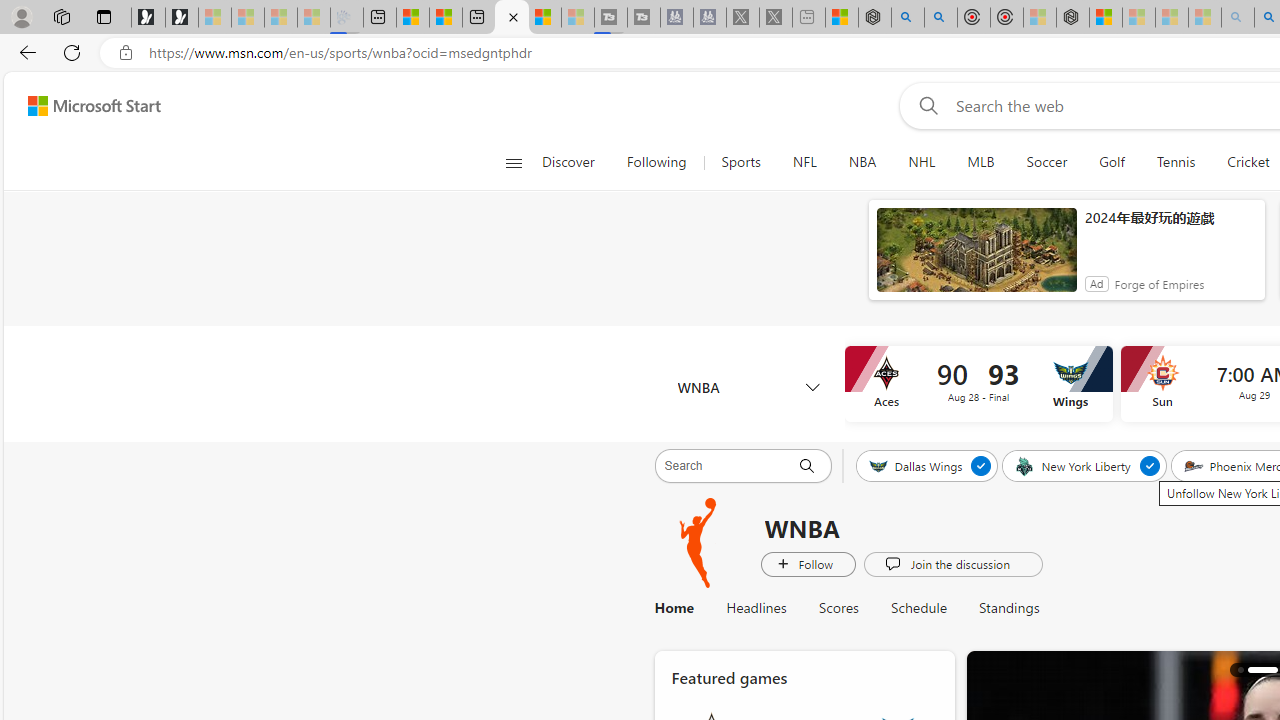 This screenshot has height=720, width=1280. Describe the element at coordinates (182, 17) in the screenshot. I see `'Newsletter Sign Up'` at that location.